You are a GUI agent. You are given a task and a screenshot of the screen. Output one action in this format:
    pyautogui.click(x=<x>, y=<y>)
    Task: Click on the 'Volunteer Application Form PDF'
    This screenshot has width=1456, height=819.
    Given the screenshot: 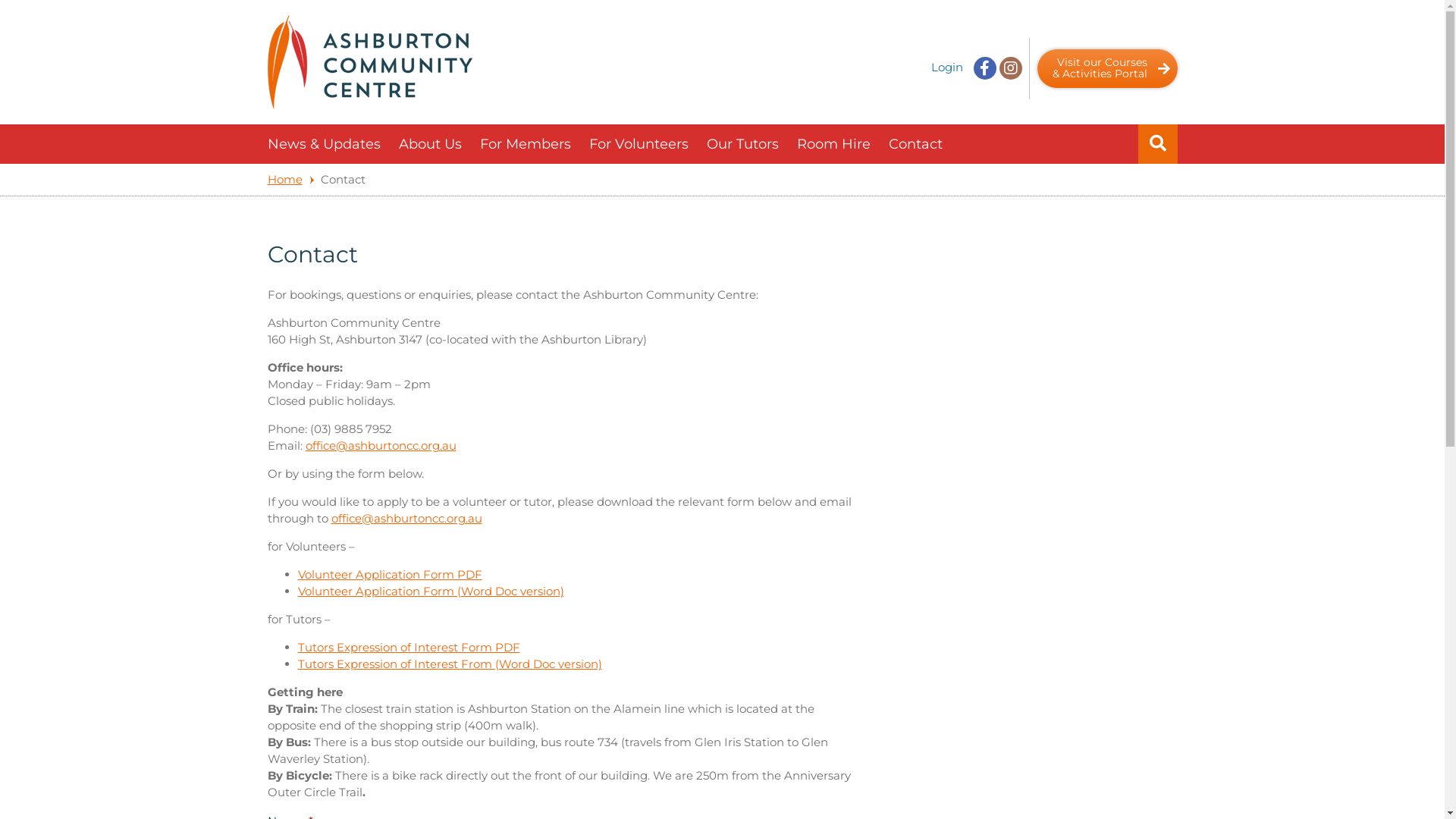 What is the action you would take?
    pyautogui.click(x=389, y=574)
    